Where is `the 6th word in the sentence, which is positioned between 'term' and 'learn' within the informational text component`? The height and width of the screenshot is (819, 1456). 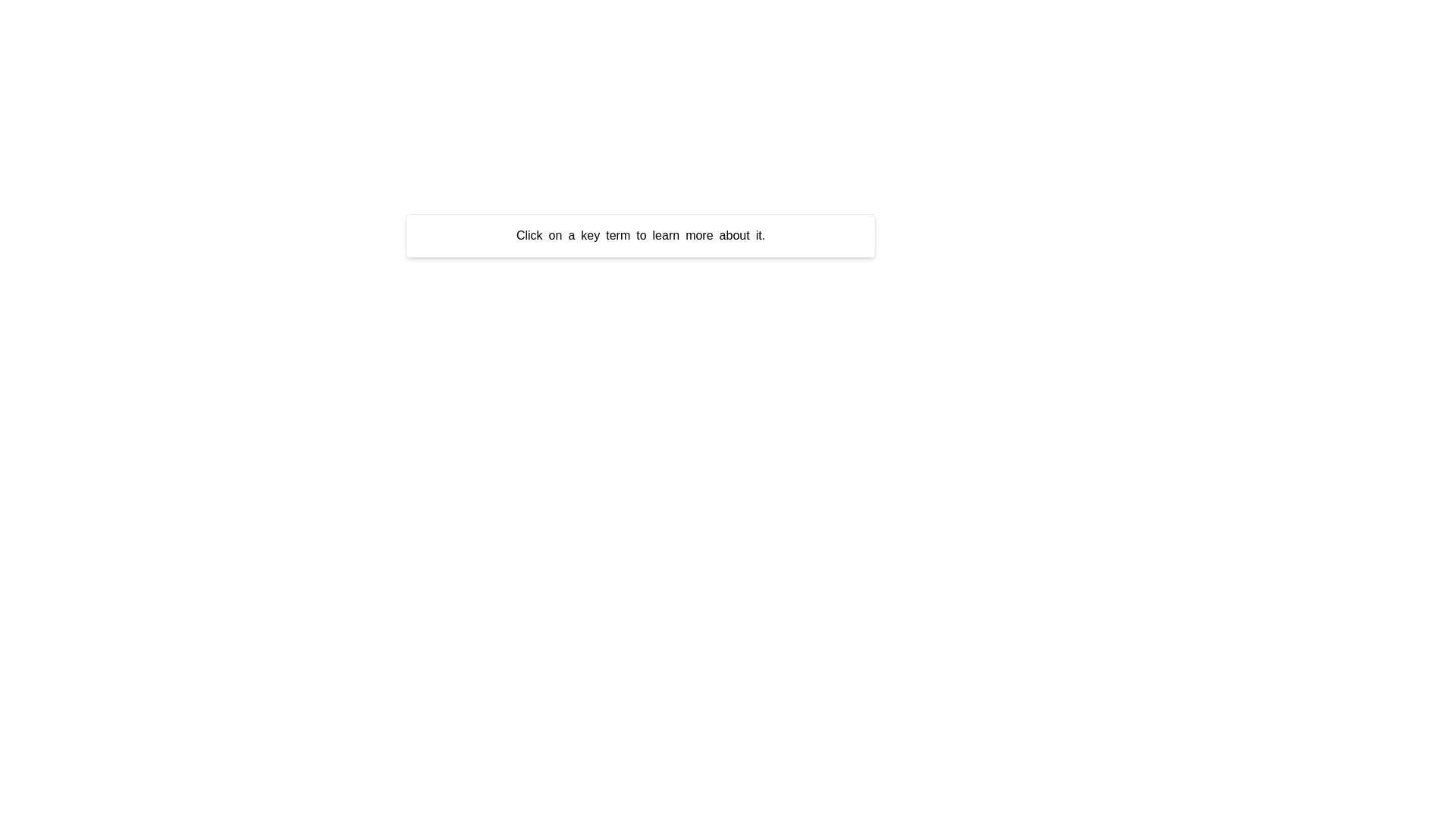 the 6th word in the sentence, which is positioned between 'term' and 'learn' within the informational text component is located at coordinates (641, 235).